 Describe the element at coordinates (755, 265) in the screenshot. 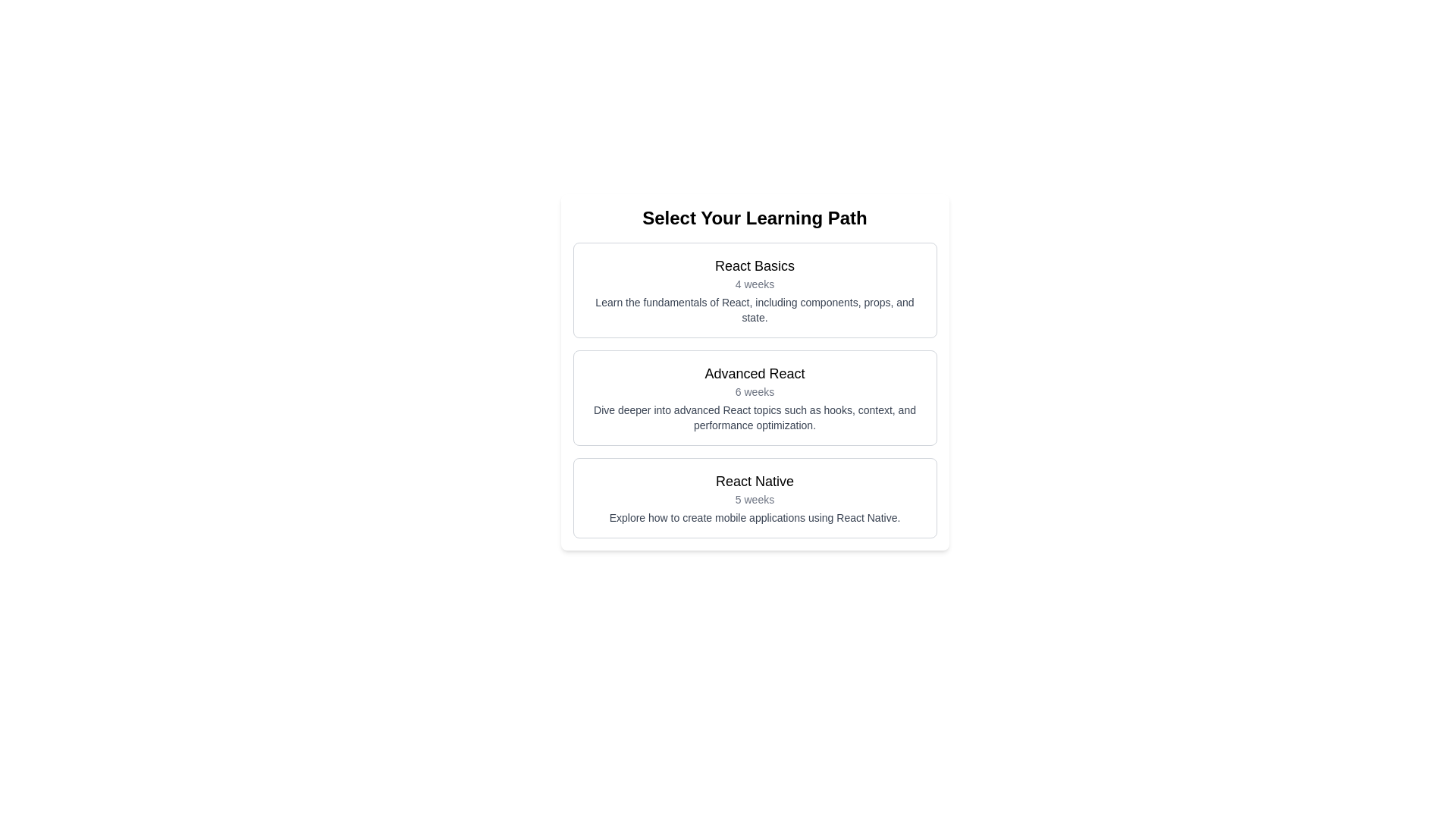

I see `the static text label reading 'React Basics', which is prominently displayed at the top of the course overview box` at that location.